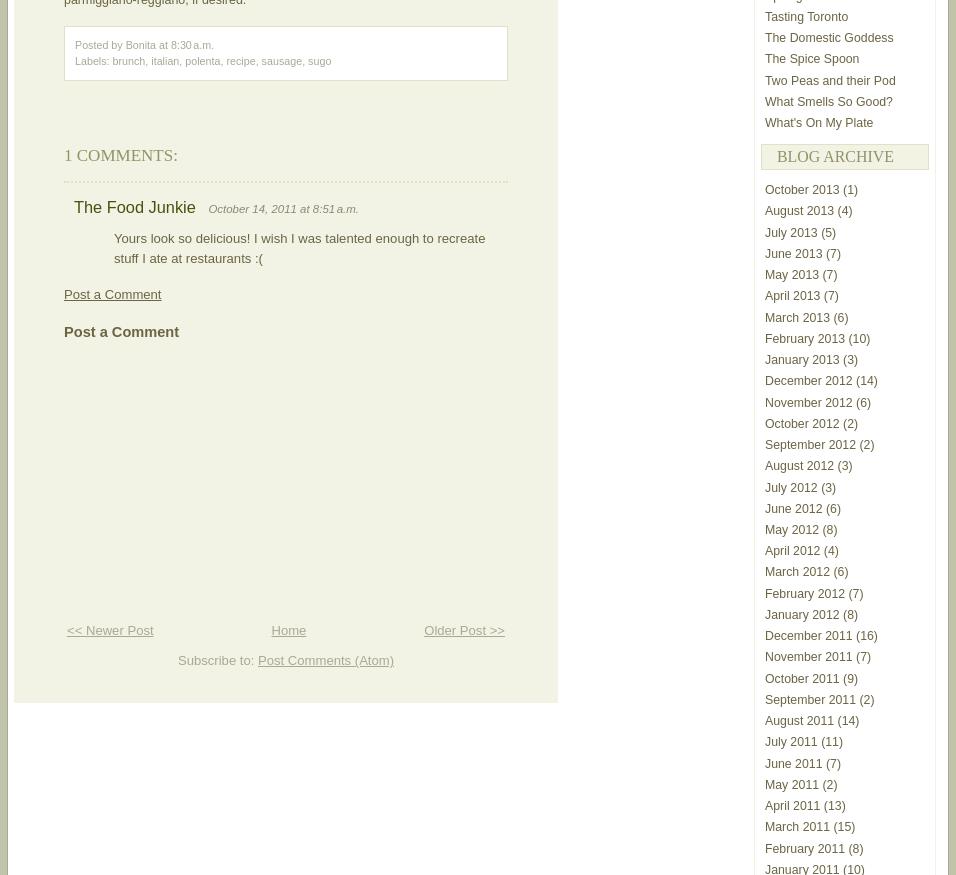 This screenshot has width=956, height=875. Describe the element at coordinates (763, 847) in the screenshot. I see `'February 2011'` at that location.